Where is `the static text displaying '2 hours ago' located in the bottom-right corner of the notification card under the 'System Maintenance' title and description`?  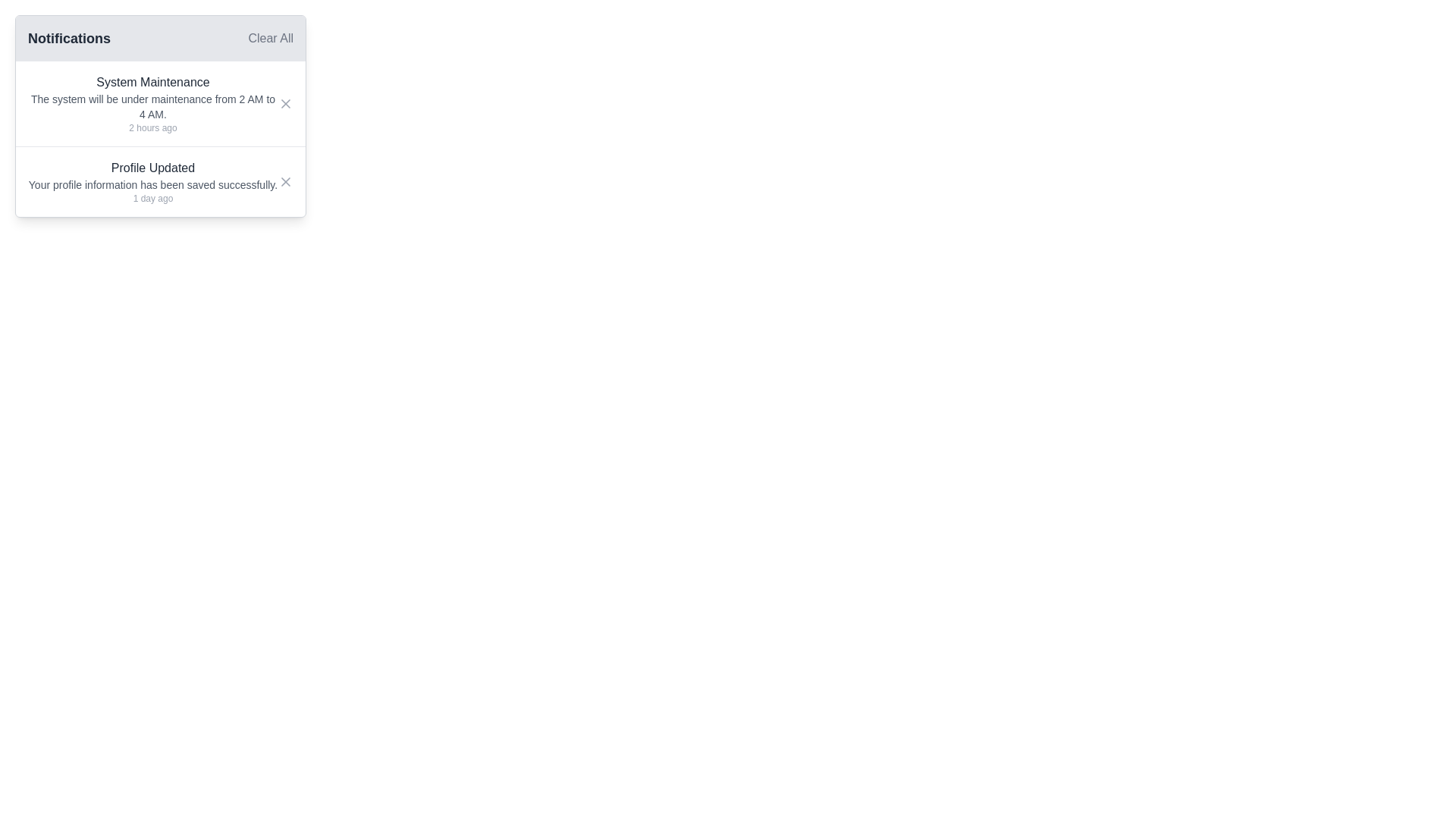
the static text displaying '2 hours ago' located in the bottom-right corner of the notification card under the 'System Maintenance' title and description is located at coordinates (152, 127).